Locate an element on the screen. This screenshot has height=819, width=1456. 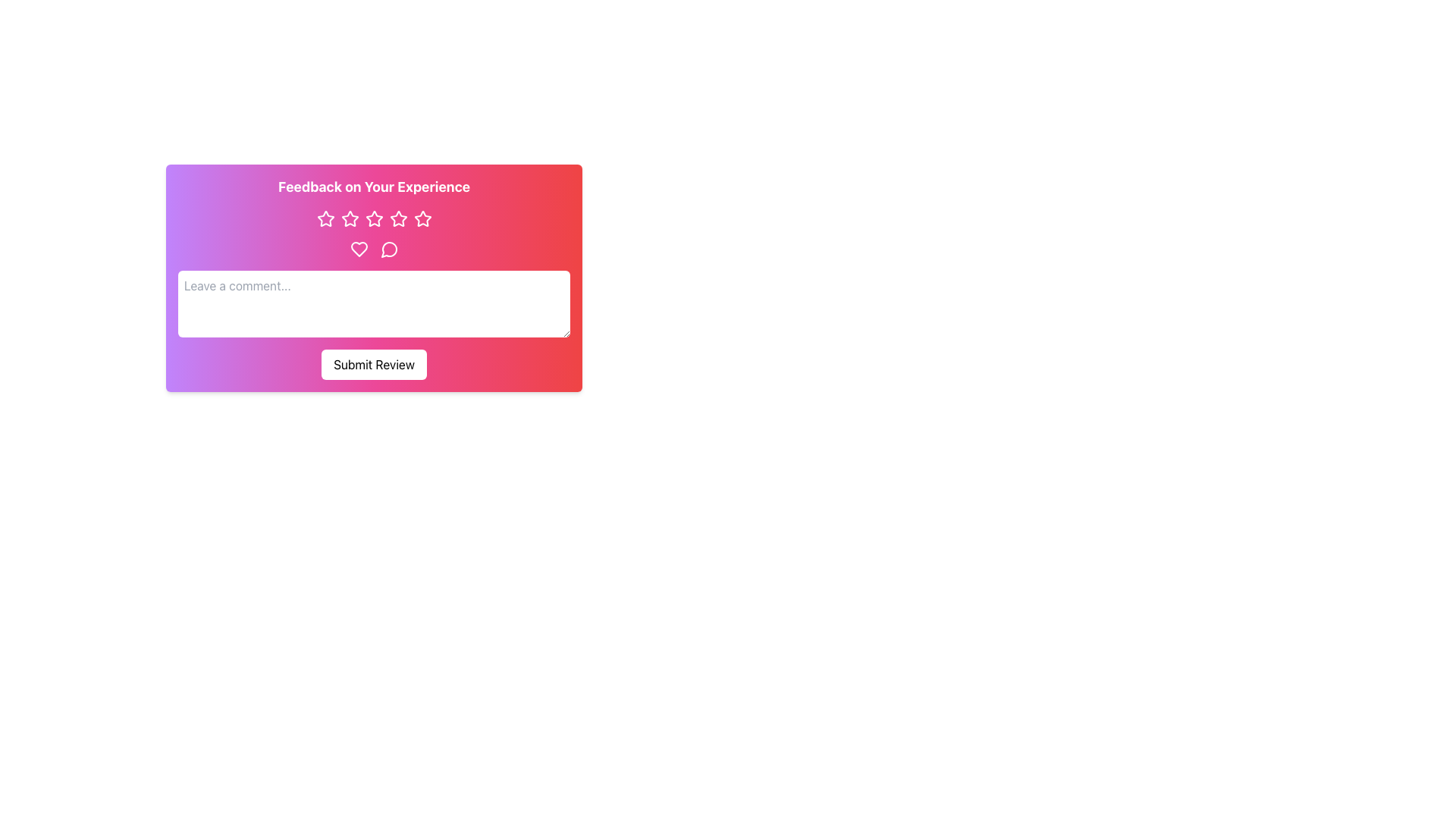
the visual state of the first star icon in the horizontal rating stars located at the top section of the feedback modal to assess the rating is located at coordinates (325, 219).